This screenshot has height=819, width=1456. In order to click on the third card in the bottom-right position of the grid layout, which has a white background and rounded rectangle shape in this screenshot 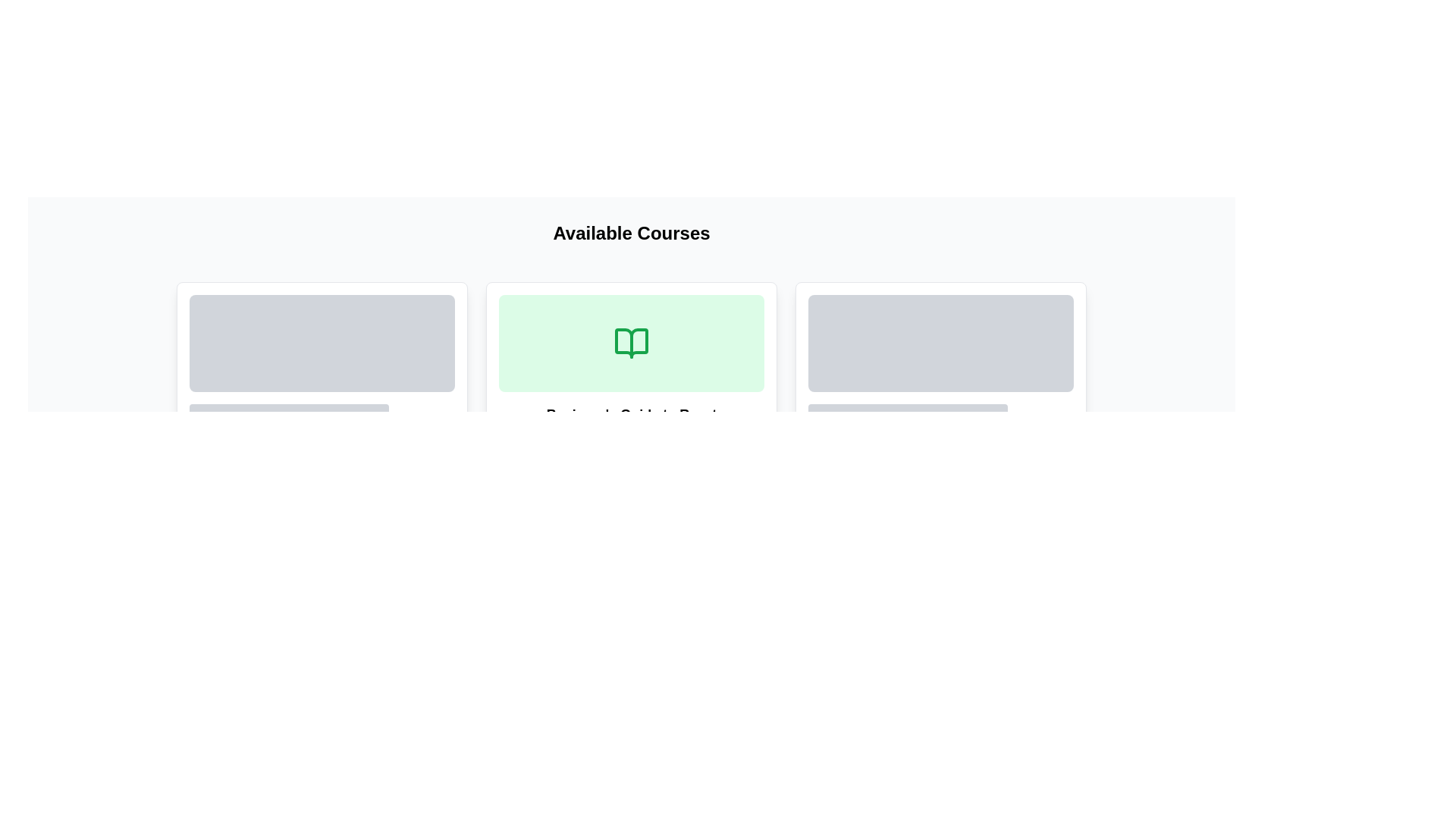, I will do `click(940, 390)`.